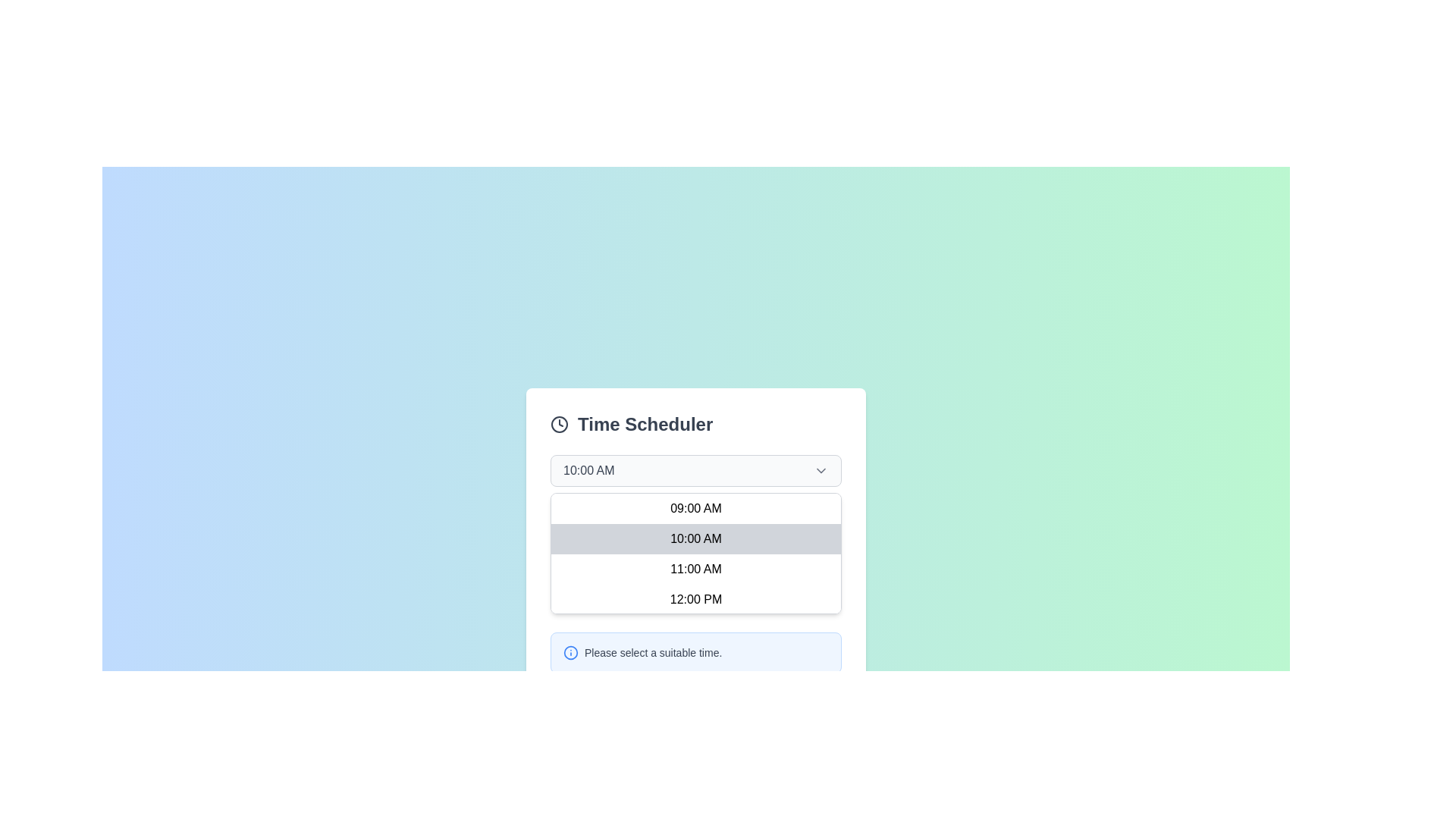 The image size is (1456, 819). Describe the element at coordinates (559, 424) in the screenshot. I see `the clock icon with a circular outline and two hands, located to the left of the 'Time Scheduler' text in the header section` at that location.